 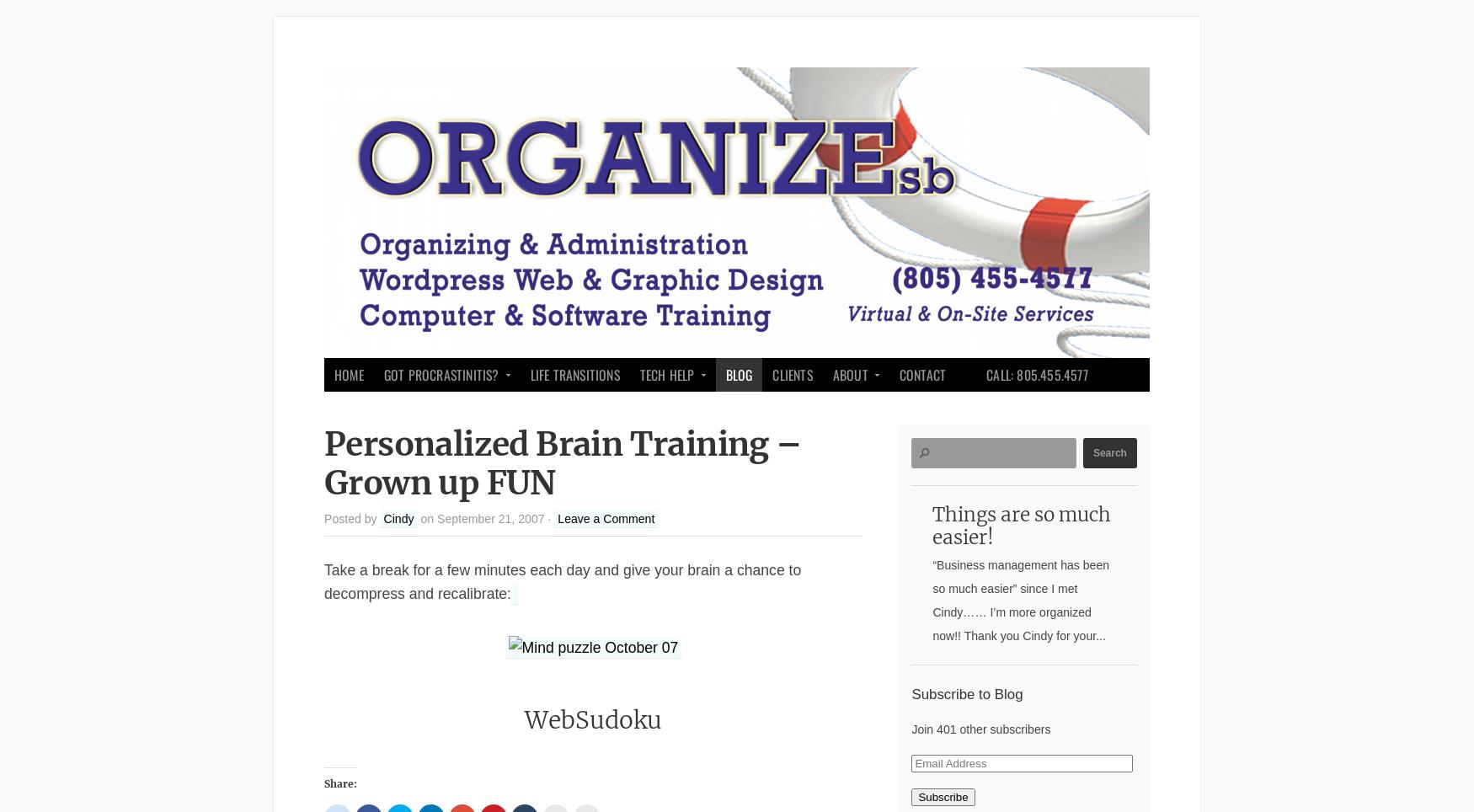 What do you see at coordinates (348, 374) in the screenshot?
I see `'Home'` at bounding box center [348, 374].